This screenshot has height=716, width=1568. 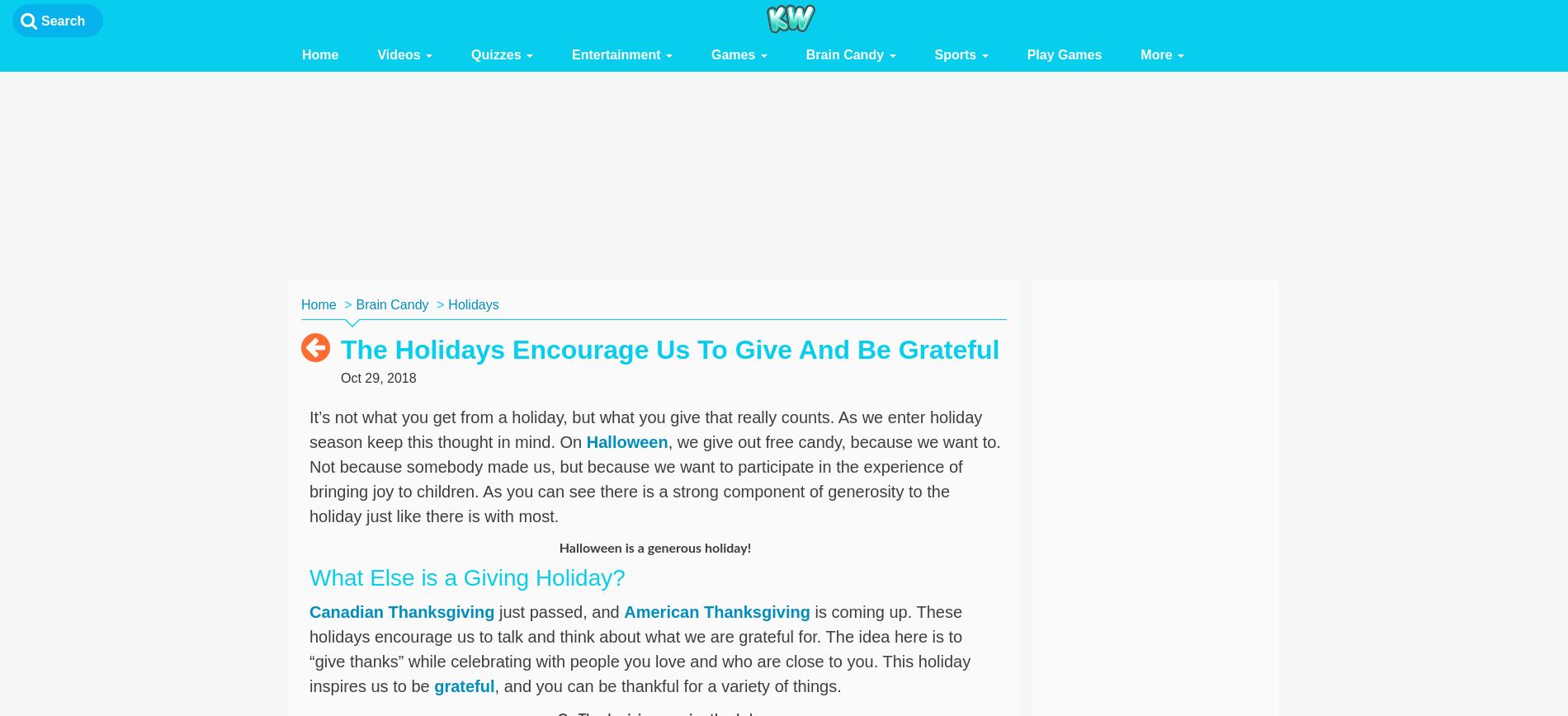 I want to click on 'More', so click(x=1157, y=54).